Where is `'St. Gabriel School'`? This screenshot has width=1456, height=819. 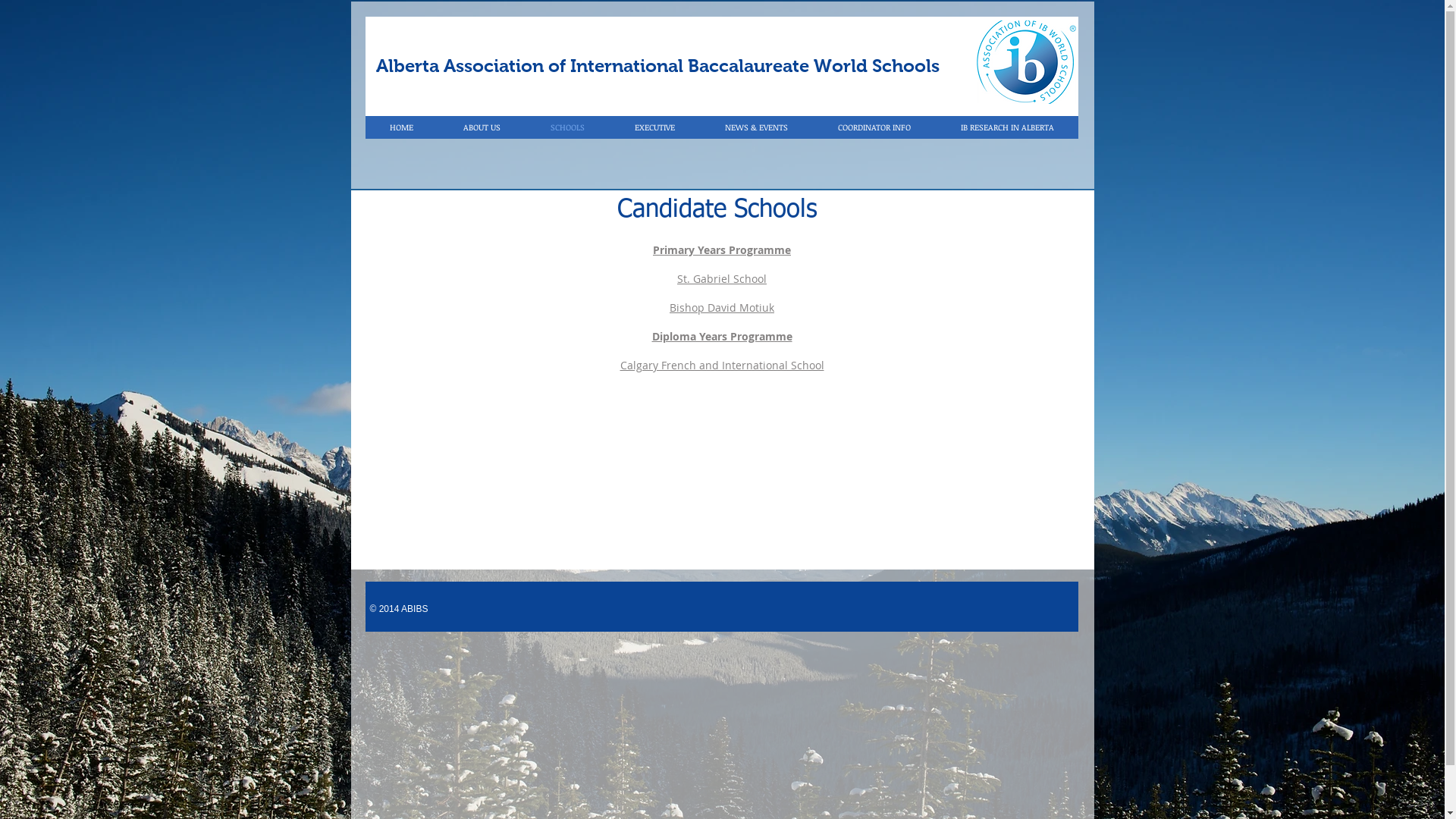 'St. Gabriel School' is located at coordinates (720, 278).